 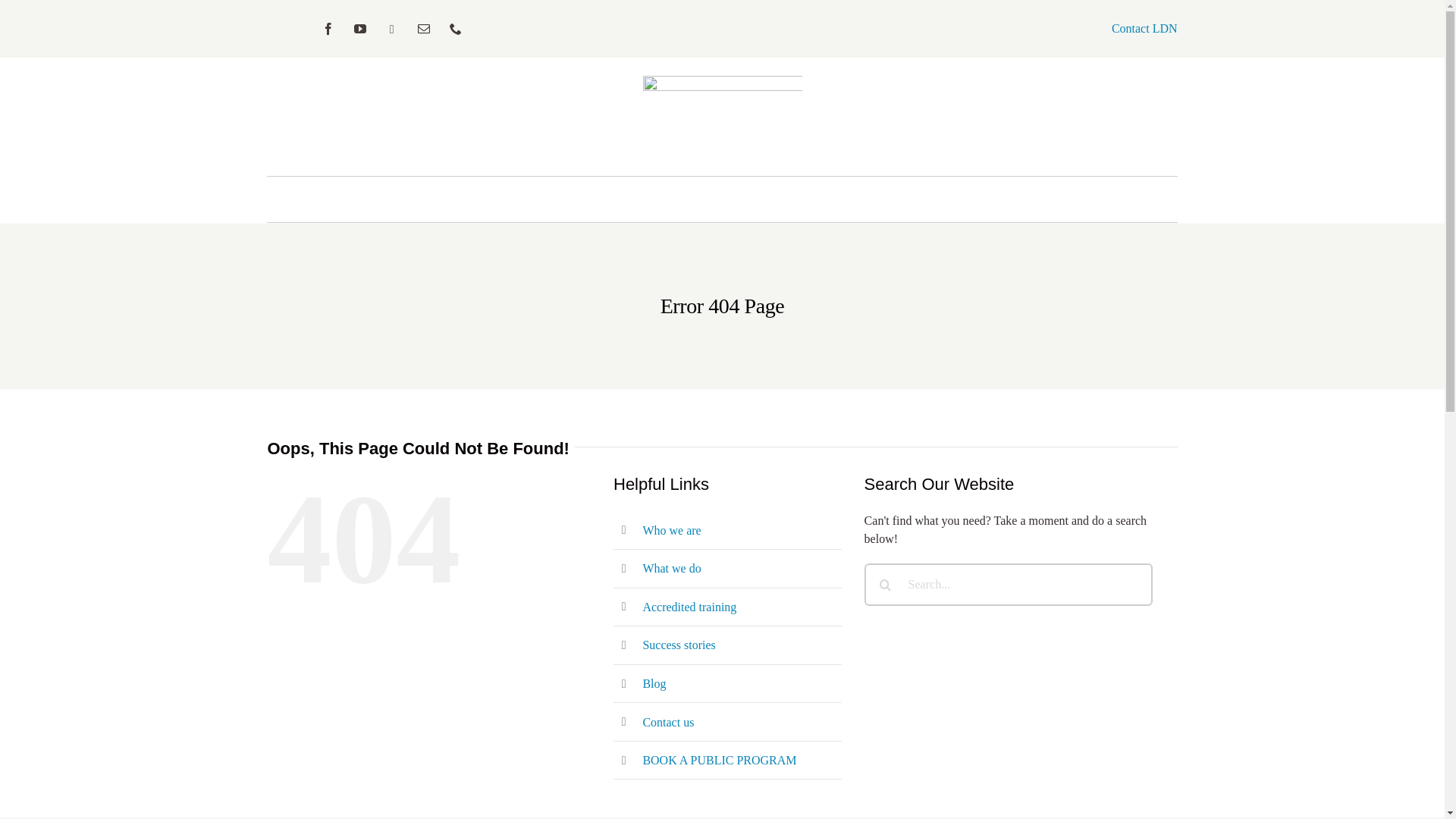 I want to click on 'Email', so click(x=423, y=29).